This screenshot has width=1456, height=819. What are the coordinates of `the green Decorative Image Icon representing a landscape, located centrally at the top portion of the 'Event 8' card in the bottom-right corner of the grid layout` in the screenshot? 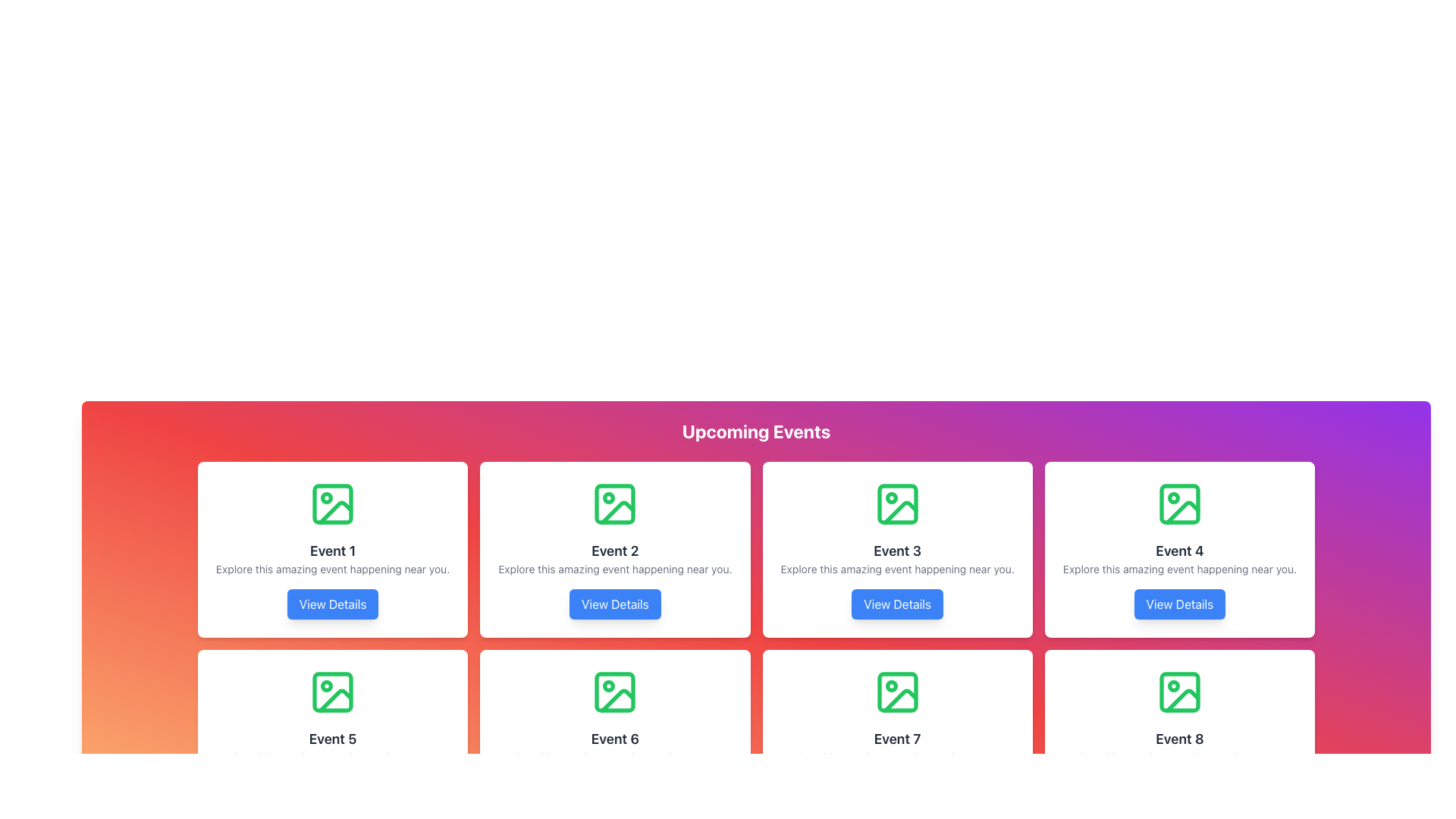 It's located at (1178, 692).